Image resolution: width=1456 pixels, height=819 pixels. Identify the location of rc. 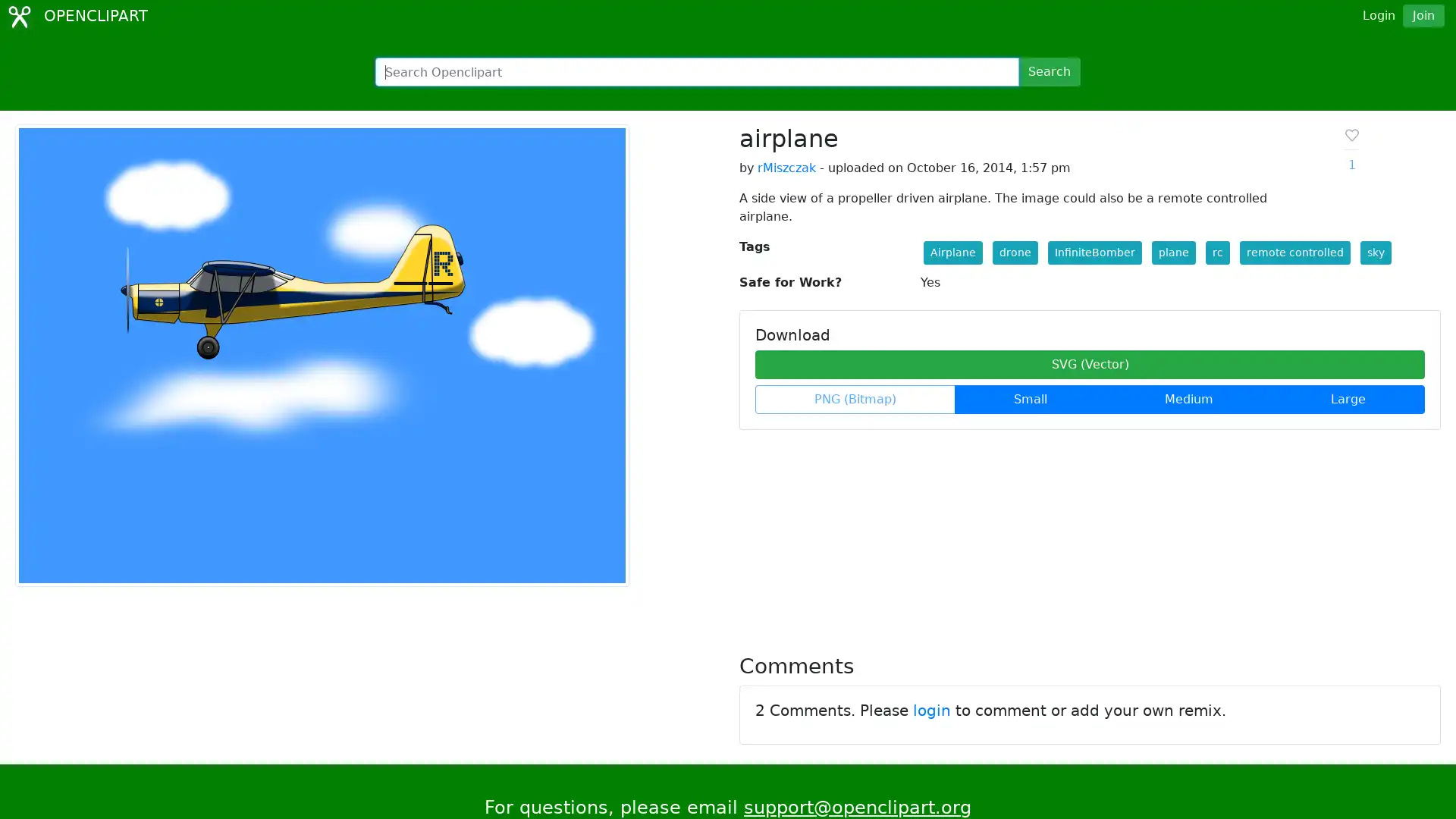
(1216, 252).